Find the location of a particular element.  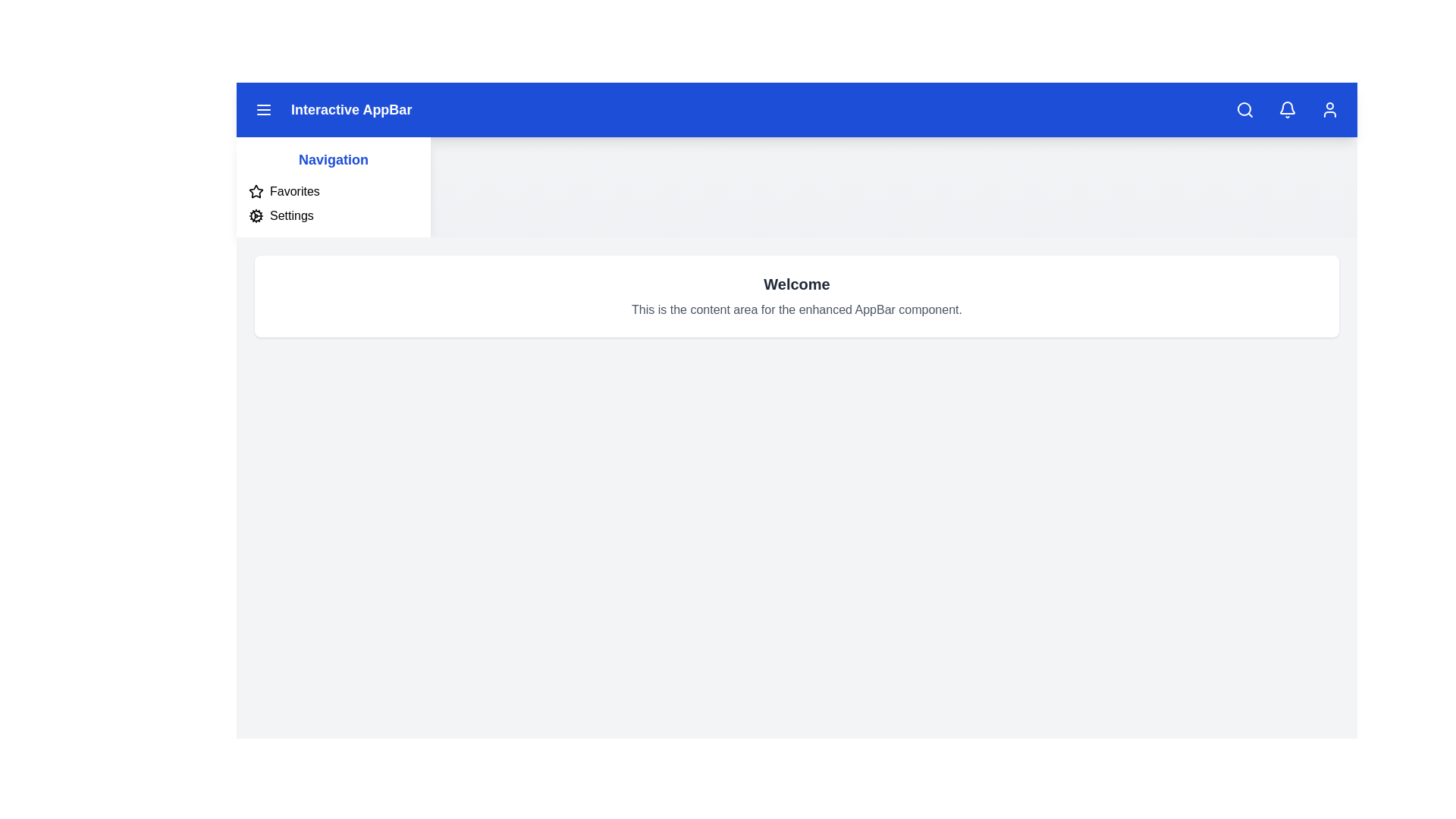

the menu icon to expand the menu is located at coordinates (263, 109).